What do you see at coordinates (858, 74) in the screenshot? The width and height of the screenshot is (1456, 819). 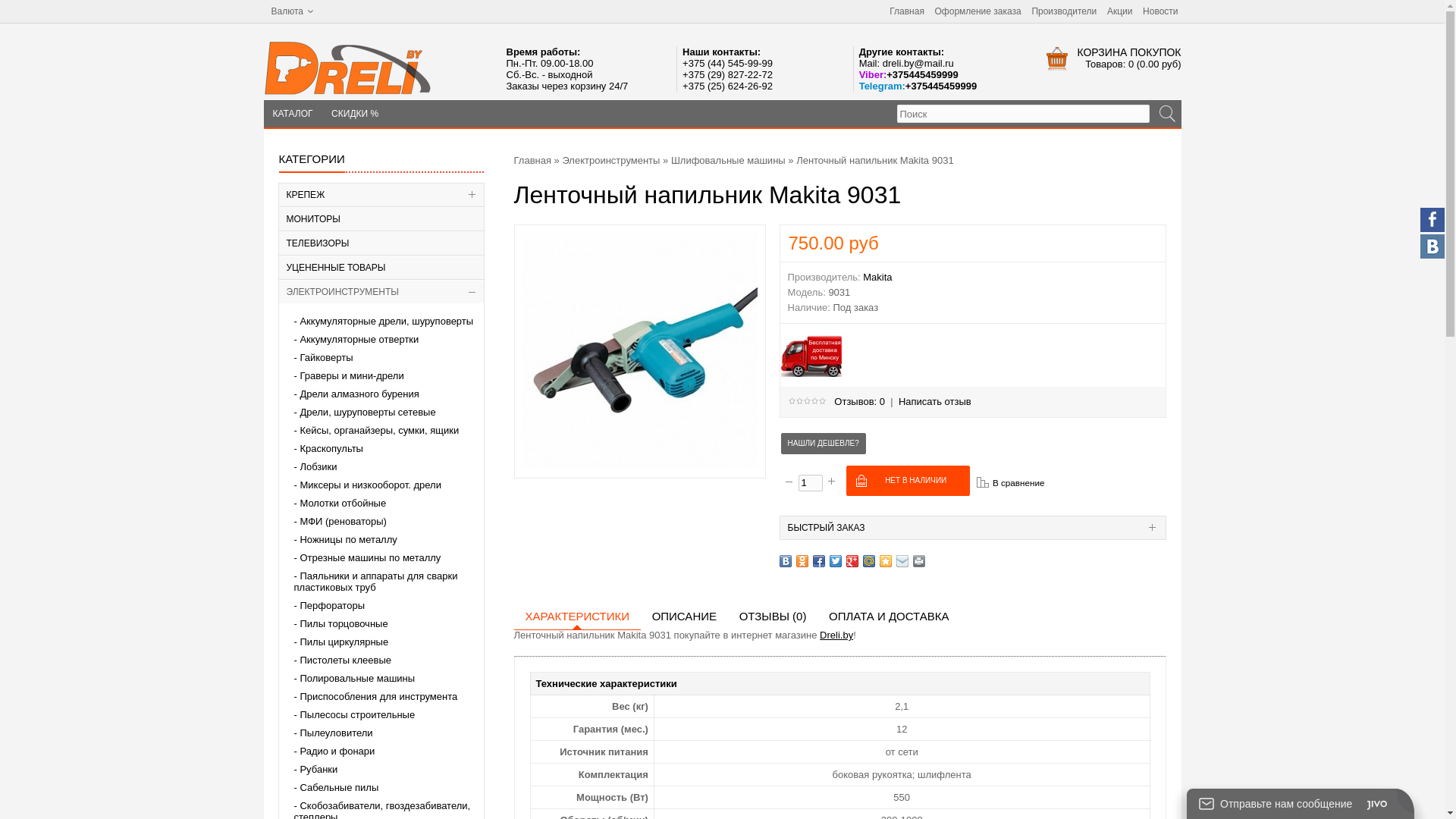 I see `'Viber:+375445459999'` at bounding box center [858, 74].